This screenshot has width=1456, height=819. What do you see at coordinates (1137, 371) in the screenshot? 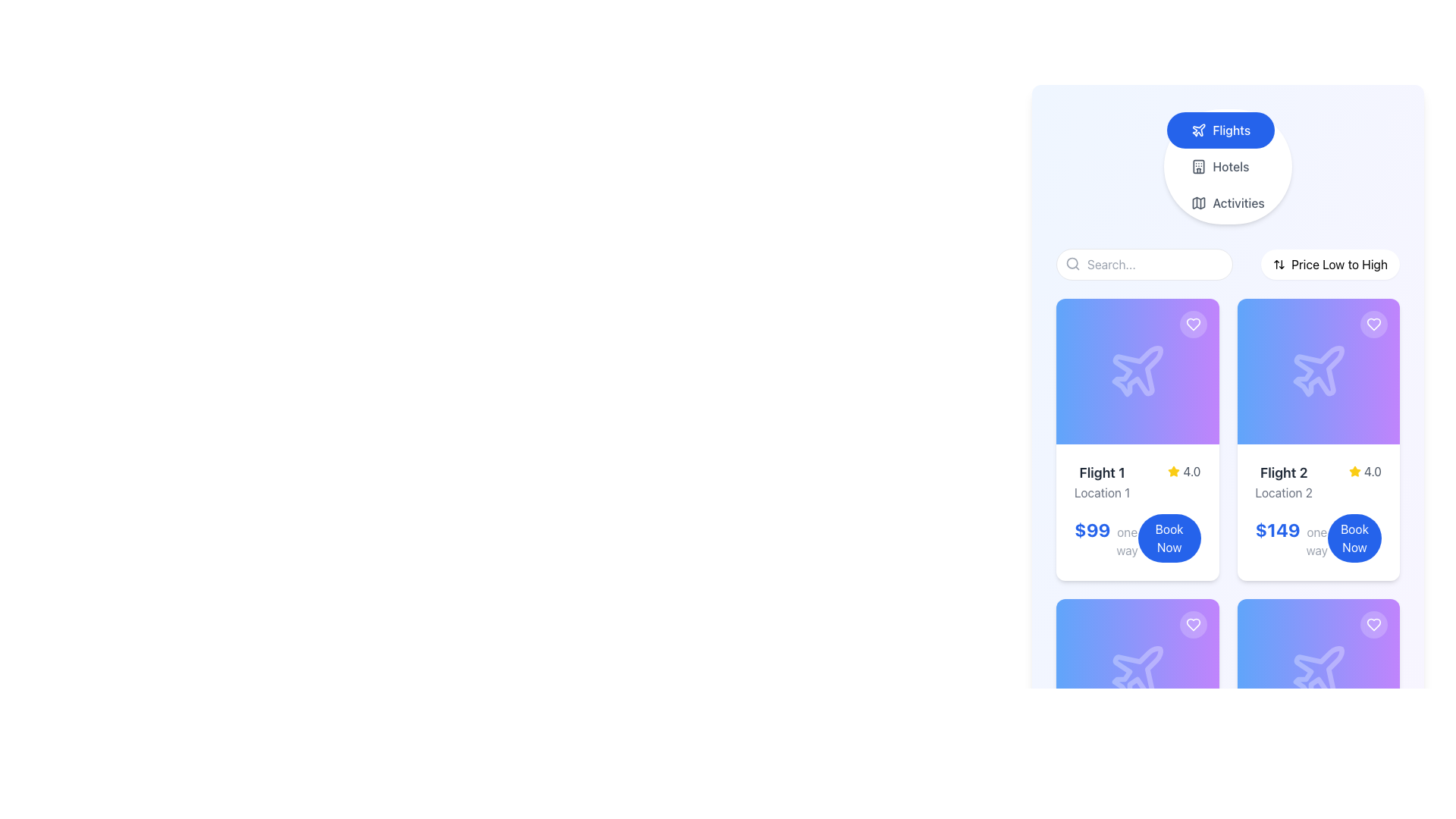
I see `the flight-related icon located in the top-left card under the 'Flights' tab, positioned above the text details of 'Flight 1' and to the left of the 'heart' icon` at bounding box center [1137, 371].